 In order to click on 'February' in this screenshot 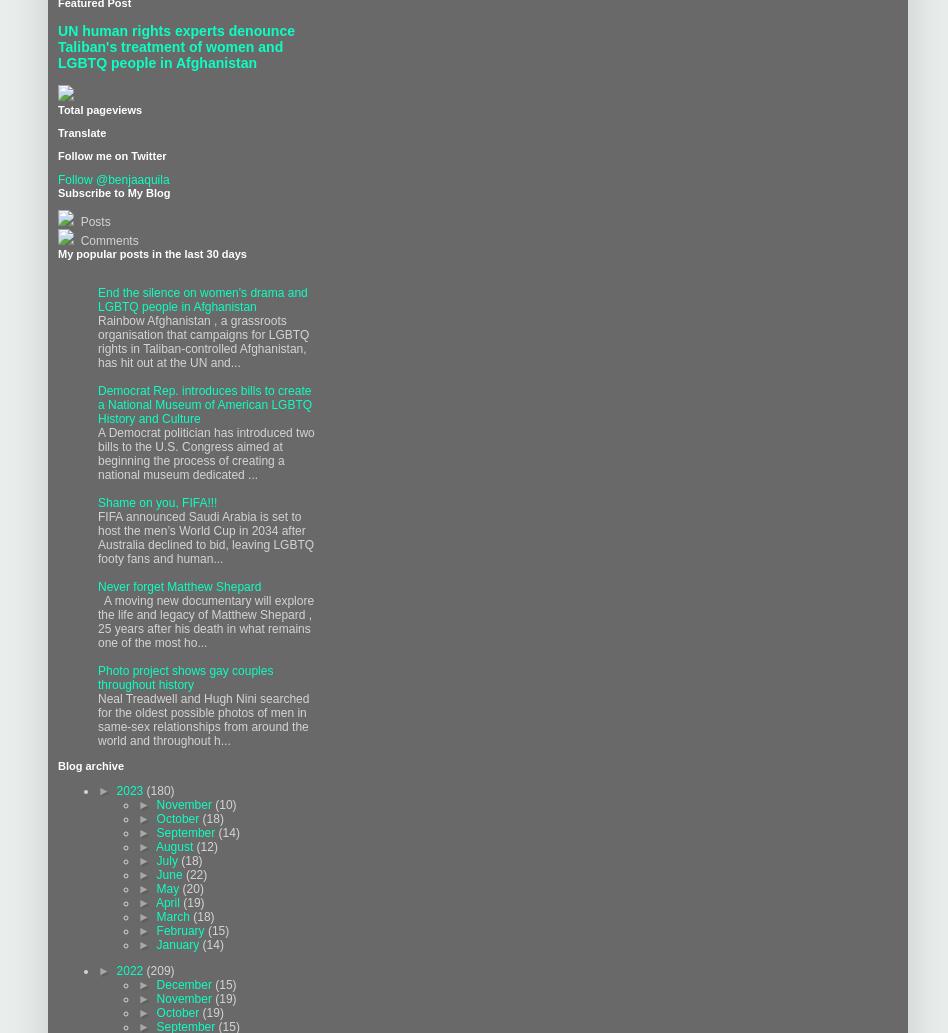, I will do `click(180, 930)`.